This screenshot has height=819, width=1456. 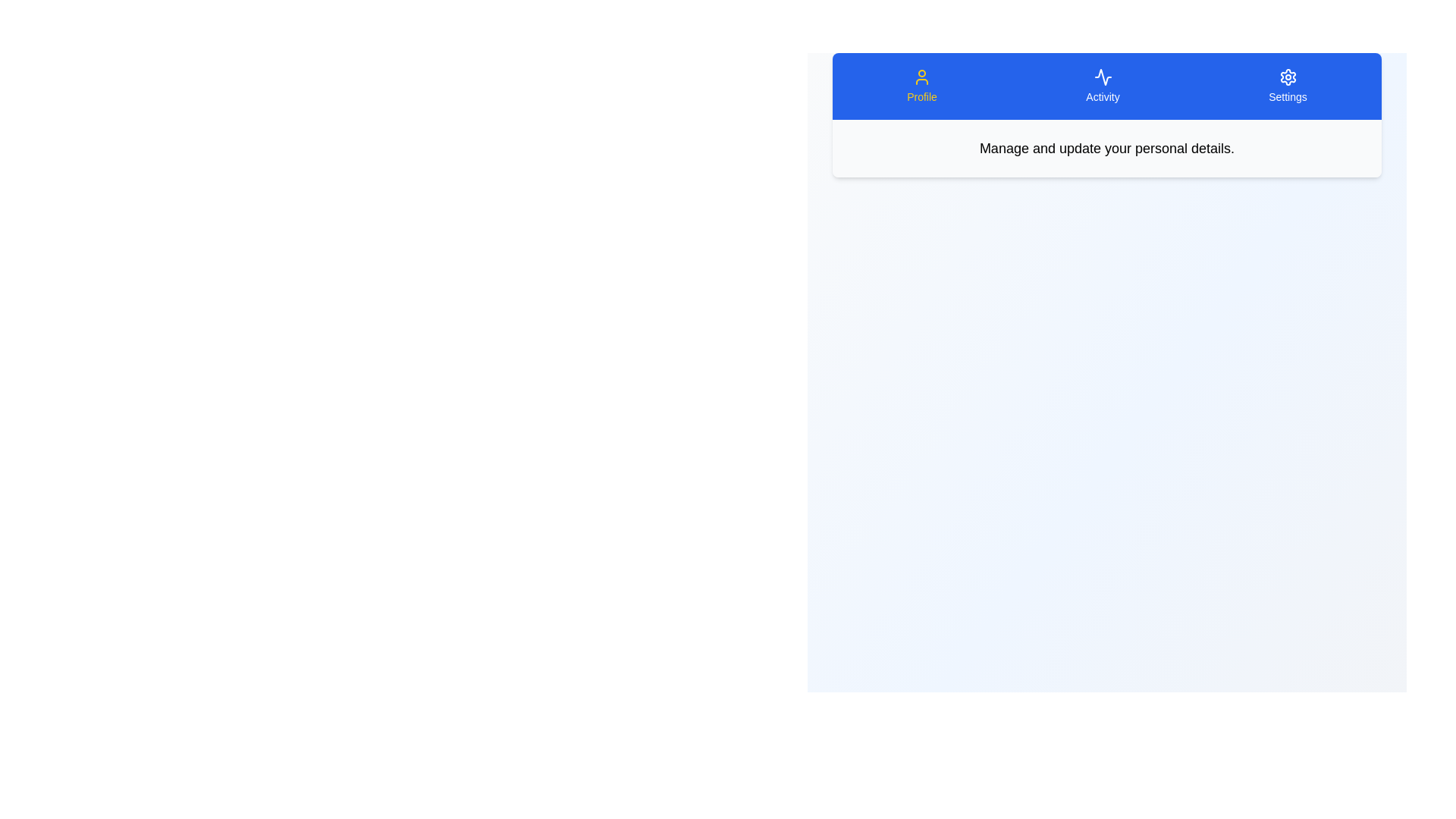 What do you see at coordinates (1287, 86) in the screenshot?
I see `the Settings icon to activate the corresponding tab` at bounding box center [1287, 86].